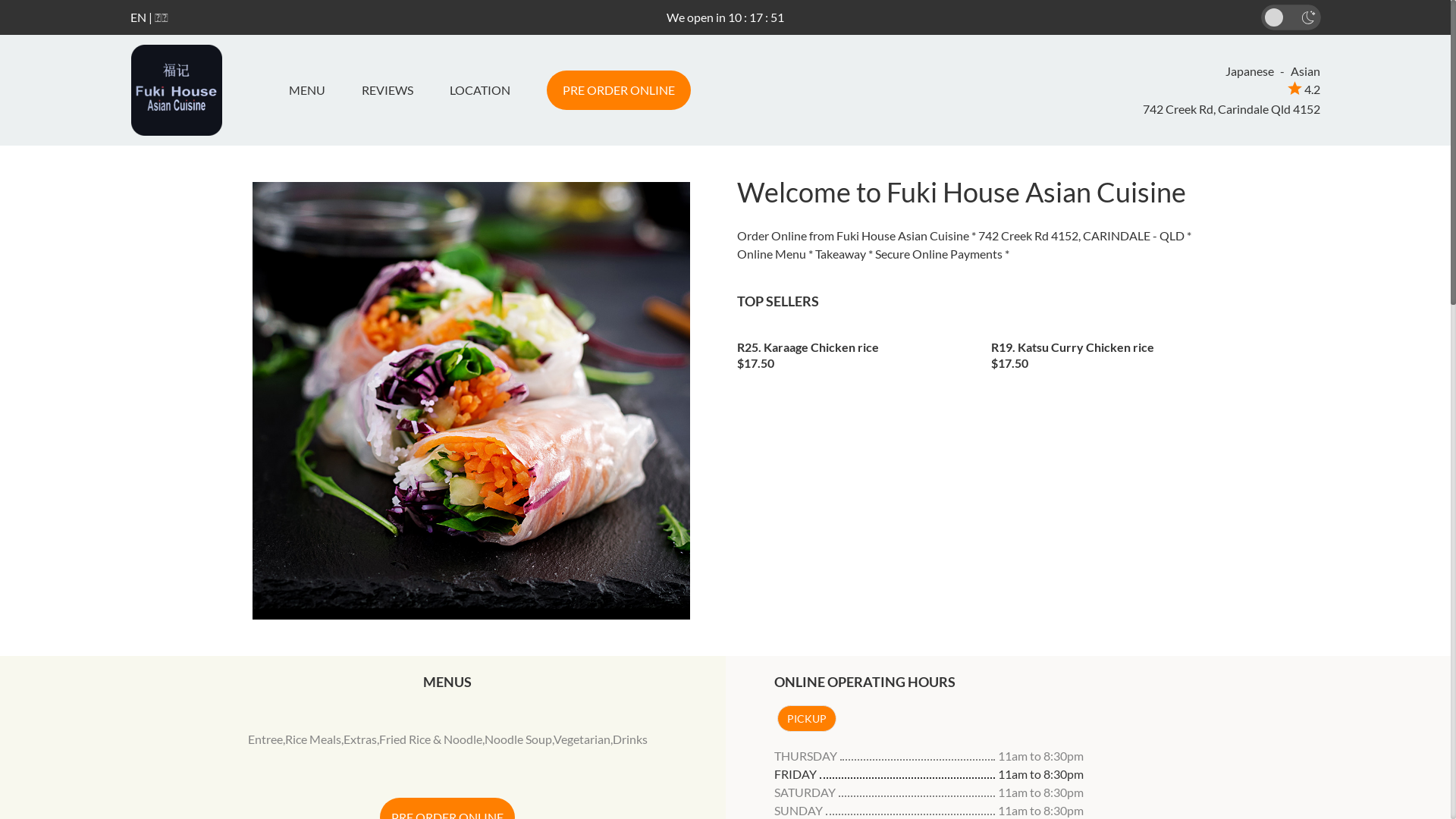 Image resolution: width=1456 pixels, height=819 pixels. Describe the element at coordinates (805, 717) in the screenshot. I see `'PICKUP'` at that location.